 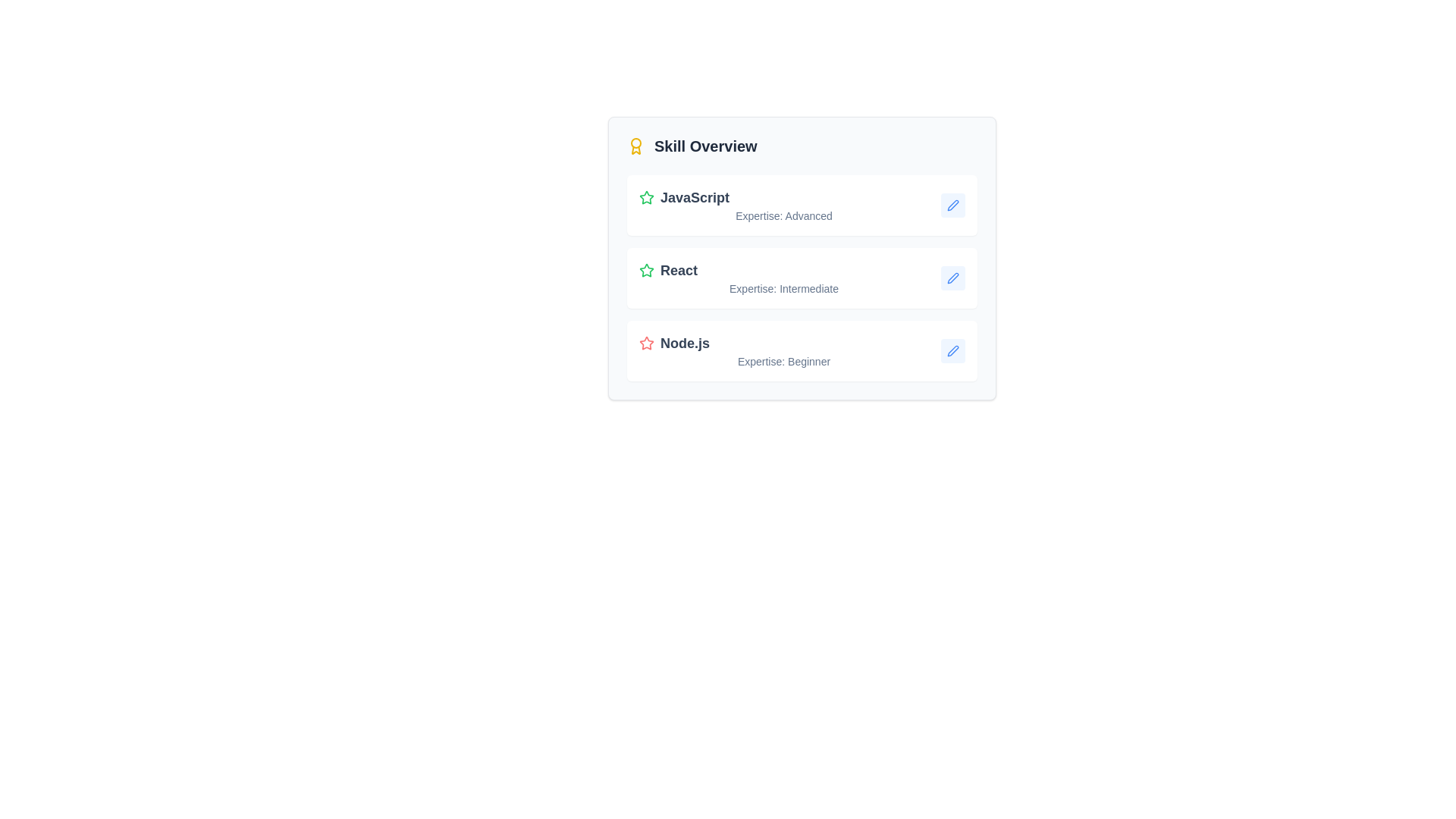 What do you see at coordinates (694, 197) in the screenshot?
I see `the 'JavaScript' text element in the 'Skill Overview' section, which serves as a label for the skill name and is located at the top of the skill items list` at bounding box center [694, 197].